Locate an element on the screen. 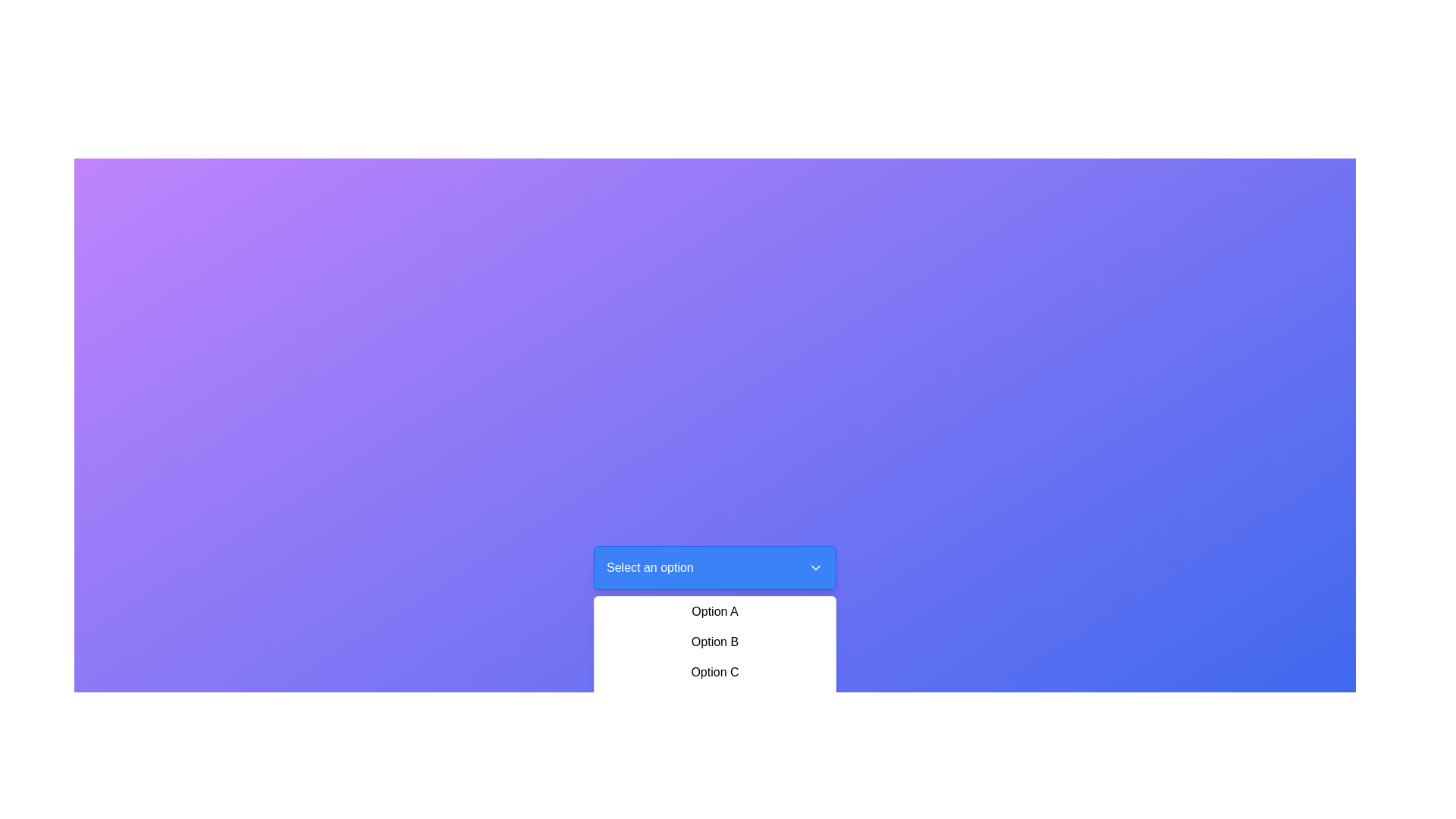 This screenshot has height=819, width=1456. the dropdown menu located at the center of the layout is located at coordinates (714, 567).